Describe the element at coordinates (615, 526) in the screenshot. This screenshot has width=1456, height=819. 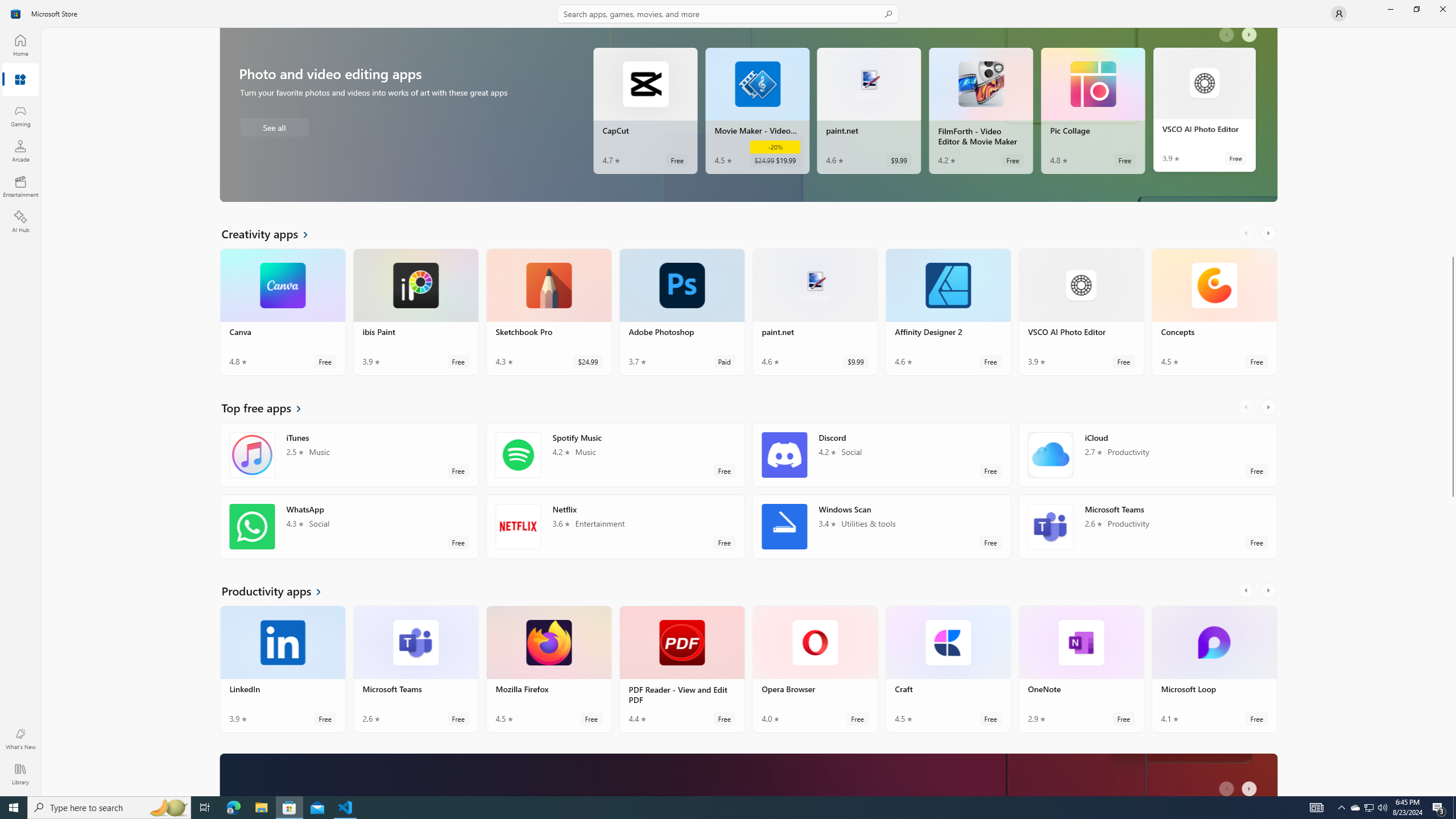
I see `'Netflix. Average rating of 3.6 out of five stars. Free  '` at that location.